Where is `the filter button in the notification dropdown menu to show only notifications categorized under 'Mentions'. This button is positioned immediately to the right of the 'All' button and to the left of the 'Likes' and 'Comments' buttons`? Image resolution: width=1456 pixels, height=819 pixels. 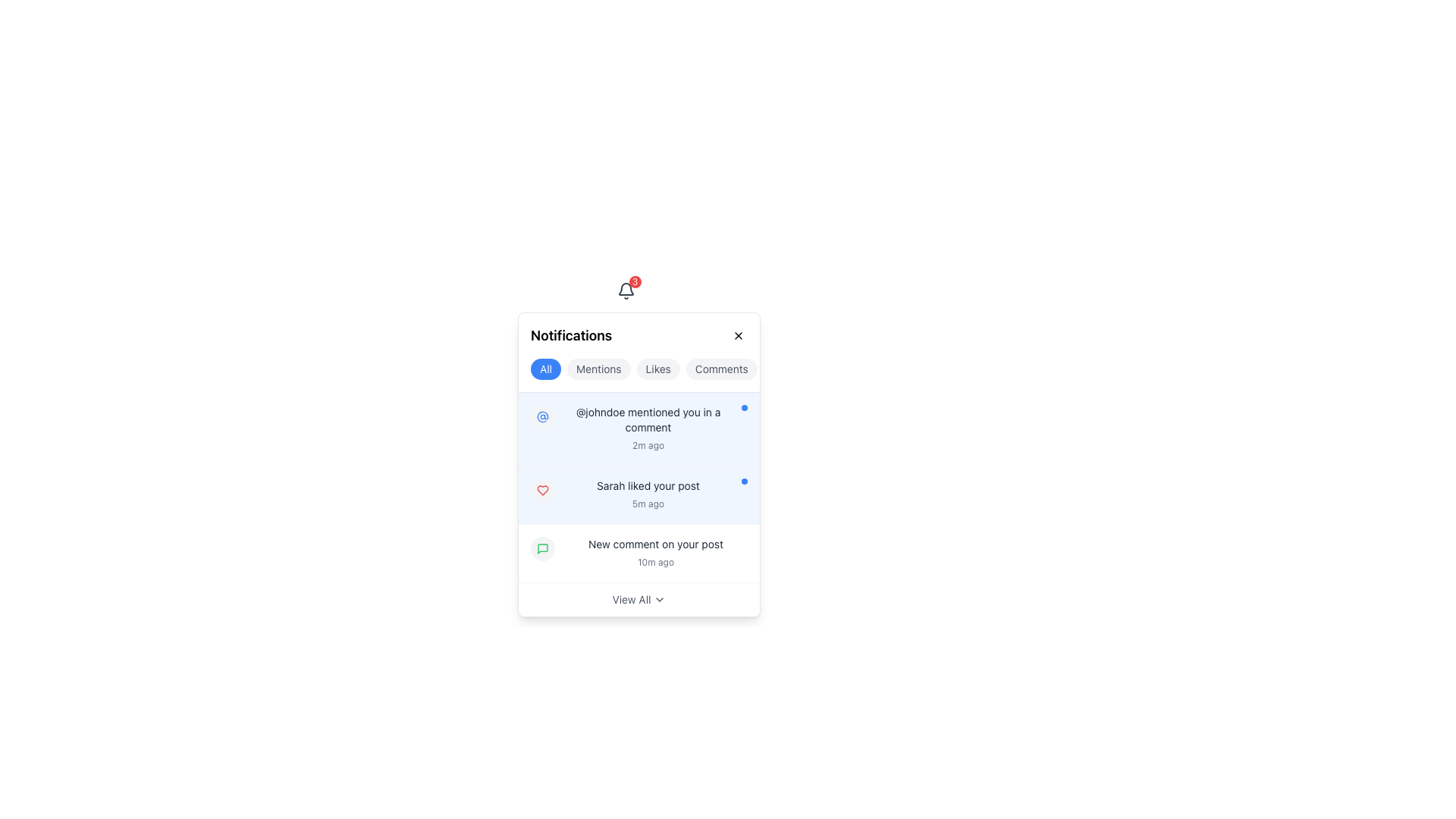
the filter button in the notification dropdown menu to show only notifications categorized under 'Mentions'. This button is positioned immediately to the right of the 'All' button and to the left of the 'Likes' and 'Comments' buttons is located at coordinates (598, 369).